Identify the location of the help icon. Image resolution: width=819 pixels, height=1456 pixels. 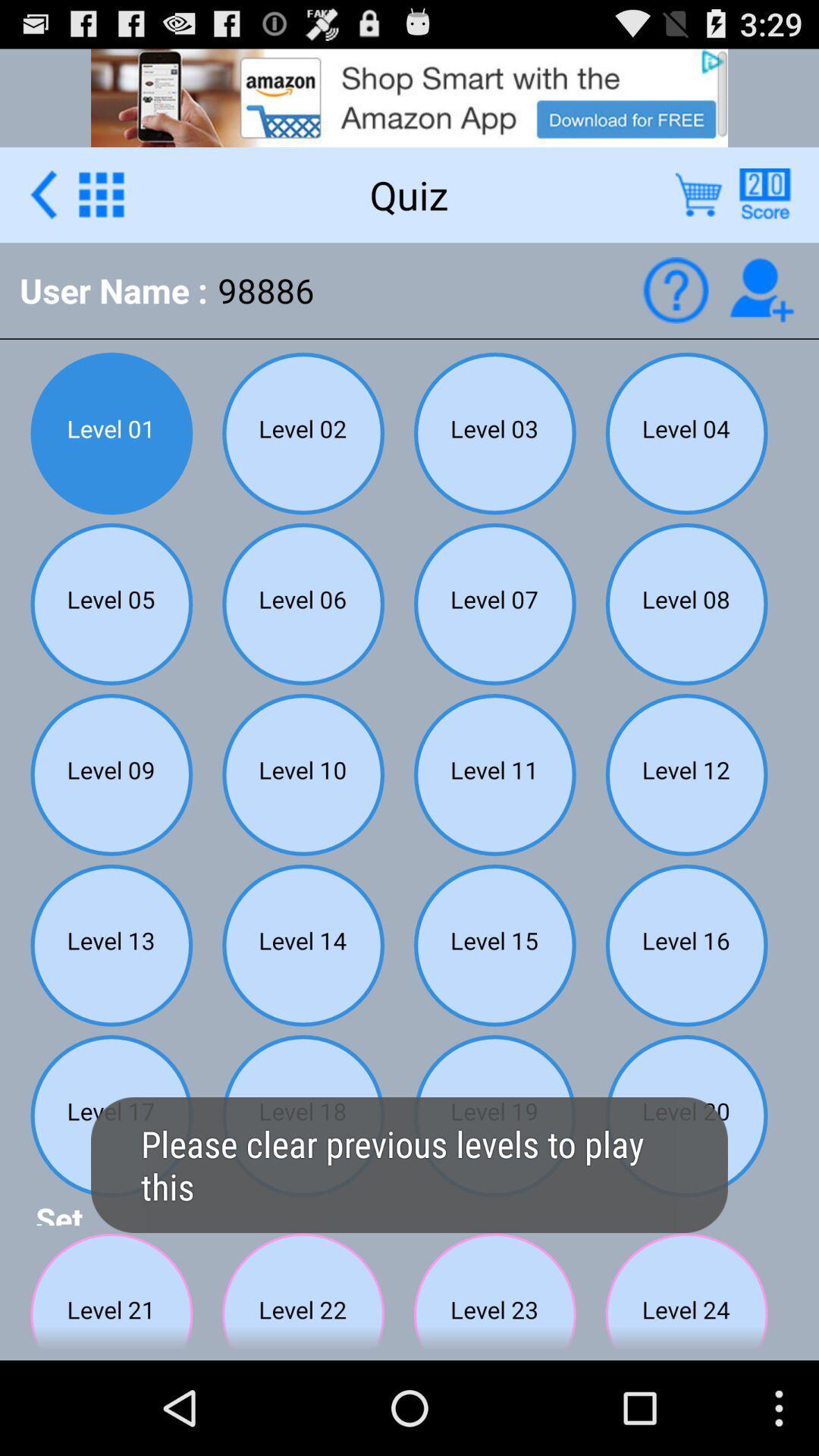
(674, 309).